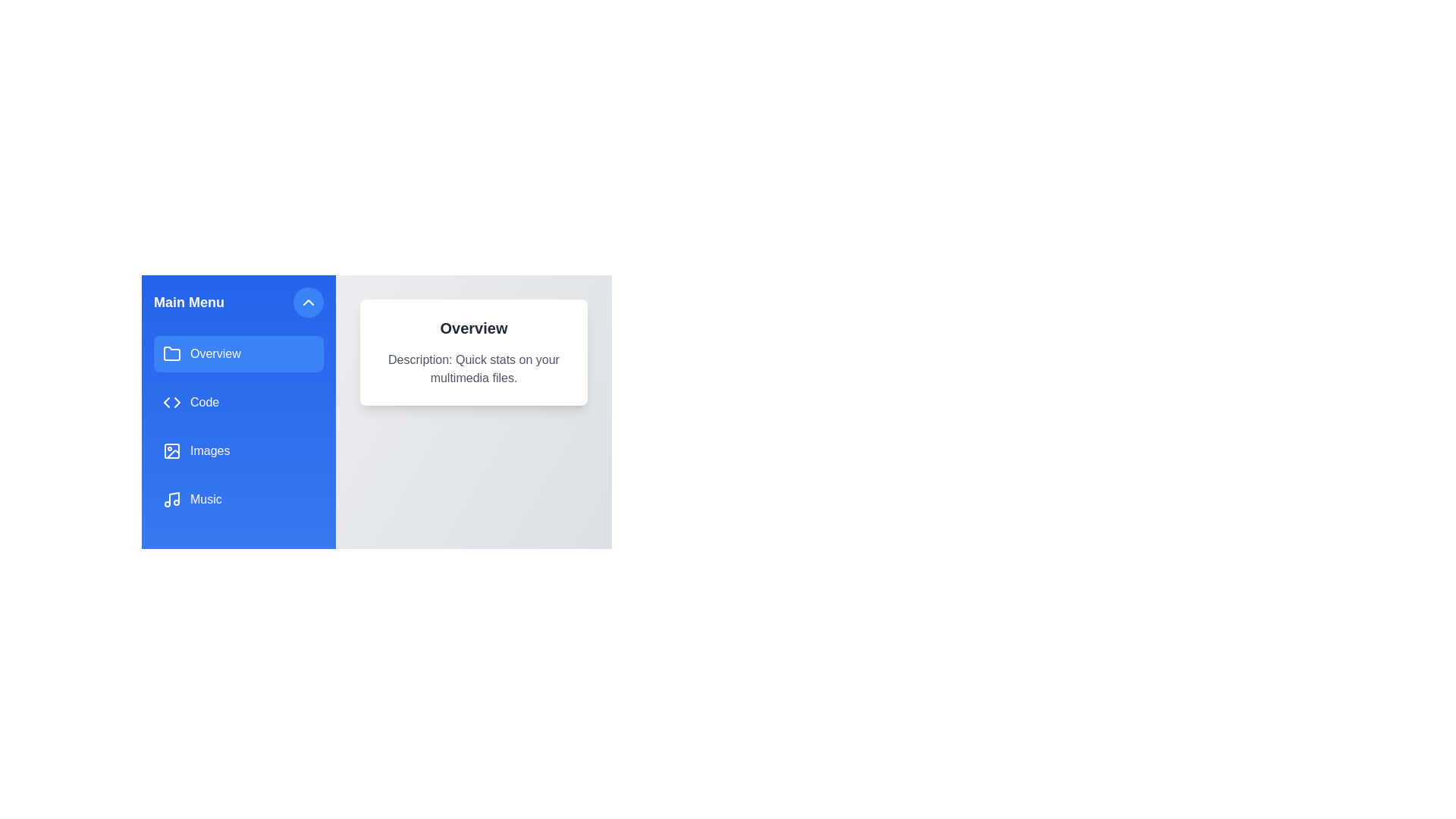 This screenshot has width=1456, height=819. Describe the element at coordinates (171, 450) in the screenshot. I see `the small icon with a blue background and circular feature, located to the left of the 'Images' label` at that location.